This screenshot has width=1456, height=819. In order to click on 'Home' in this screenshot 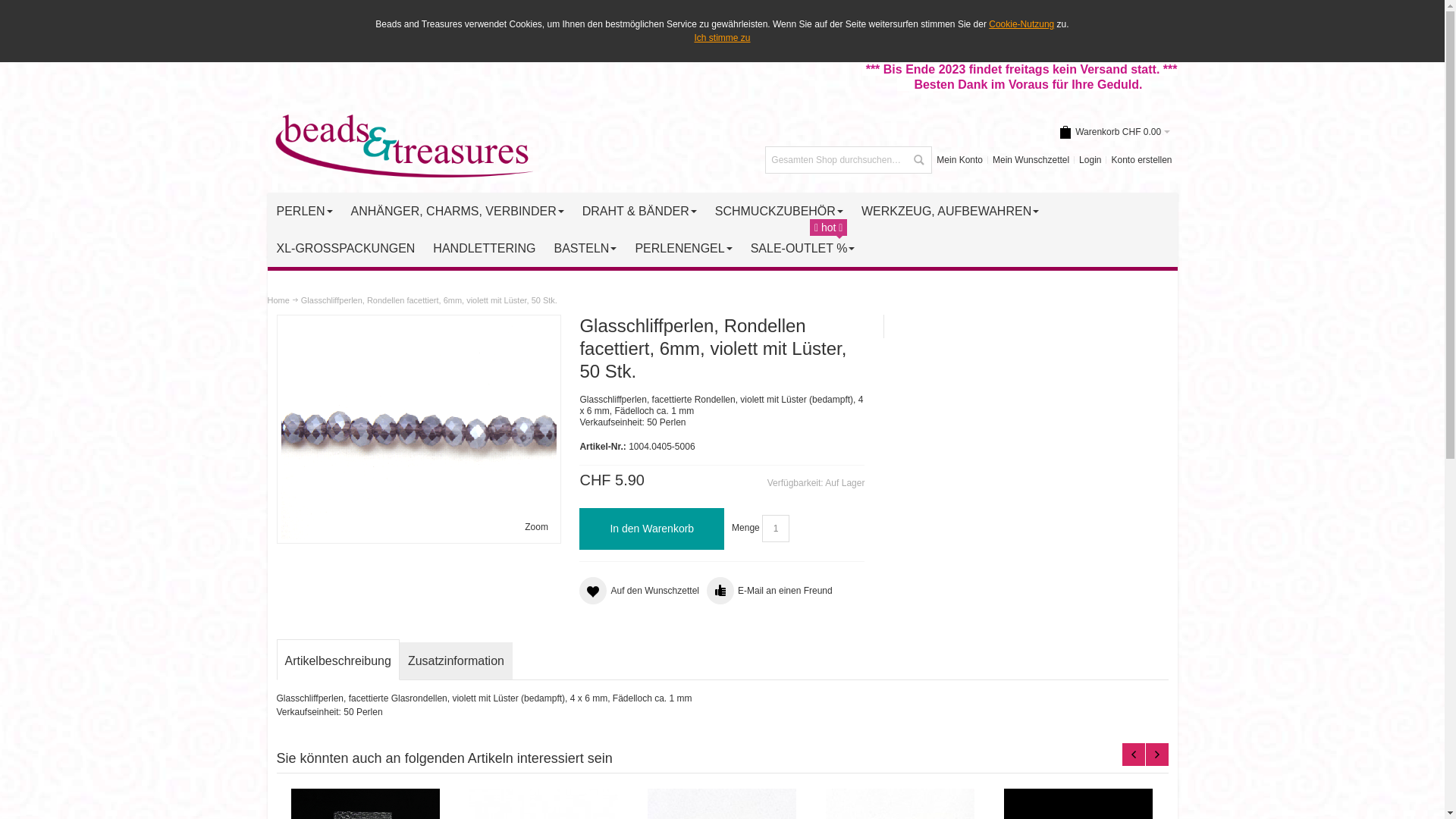, I will do `click(278, 300)`.